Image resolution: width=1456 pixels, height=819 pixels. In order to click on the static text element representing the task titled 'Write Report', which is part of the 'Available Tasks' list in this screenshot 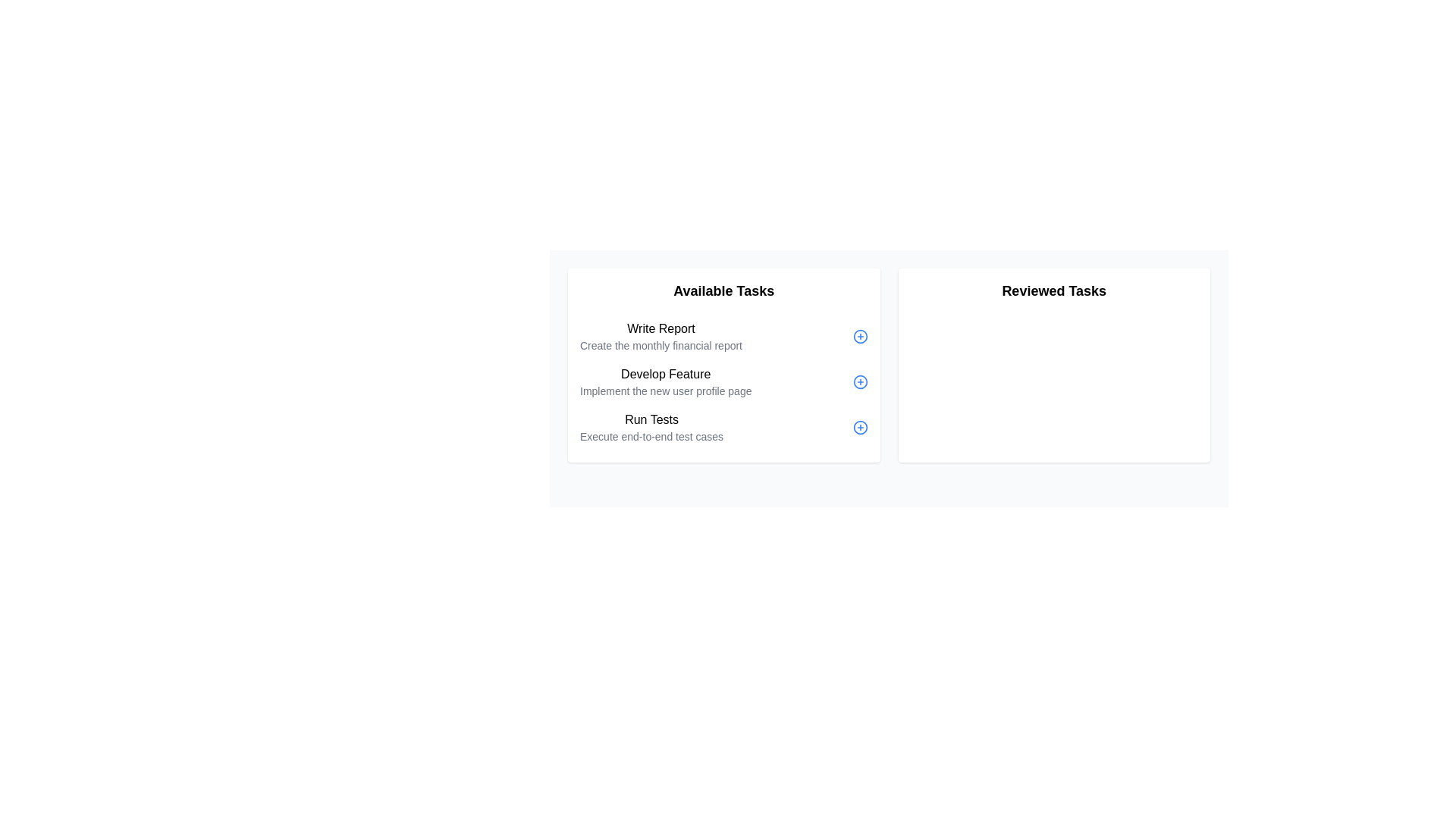, I will do `click(661, 328)`.